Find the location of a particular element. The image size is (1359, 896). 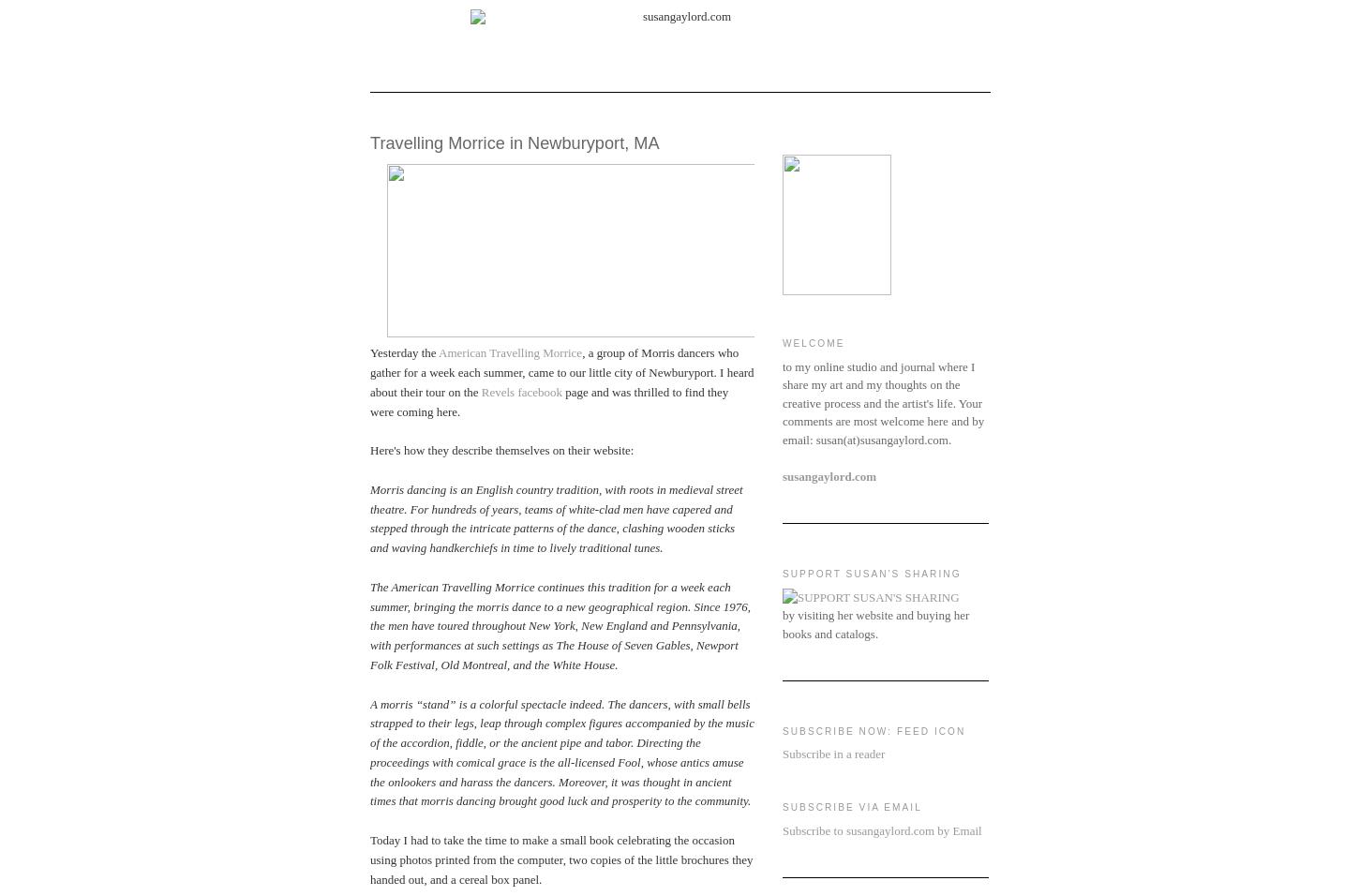

'Morris dancing is an English country tradition, with roots in medieval street theatre. For hundreds of years, teams of white-clad men have capered and stepped through the intricate patterns of the dance, clashing wooden sticks and waving handkerchiefs in time to lively traditional tunes.' is located at coordinates (556, 517).